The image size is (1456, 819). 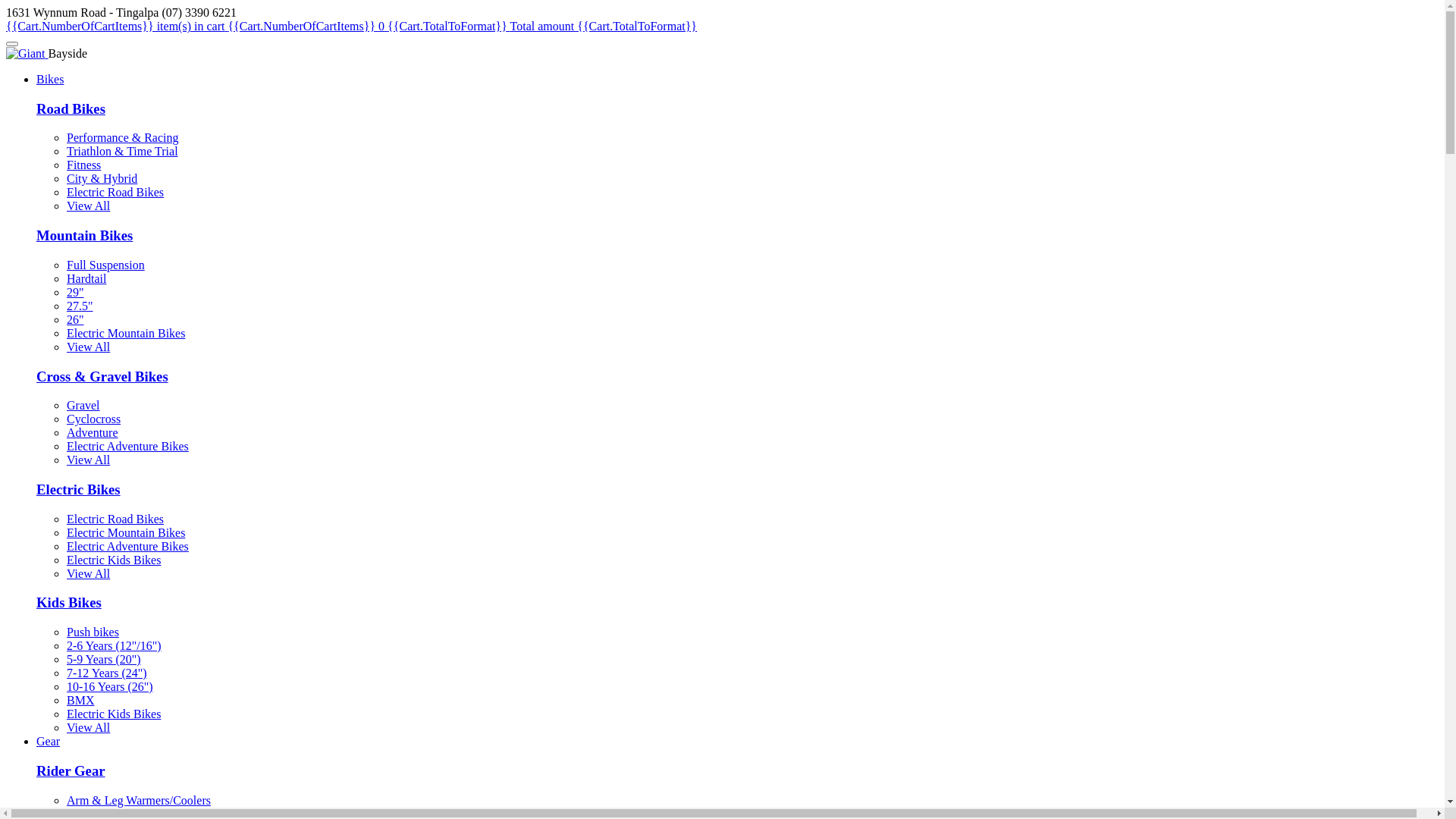 I want to click on '7-12 Years (24")', so click(x=105, y=672).